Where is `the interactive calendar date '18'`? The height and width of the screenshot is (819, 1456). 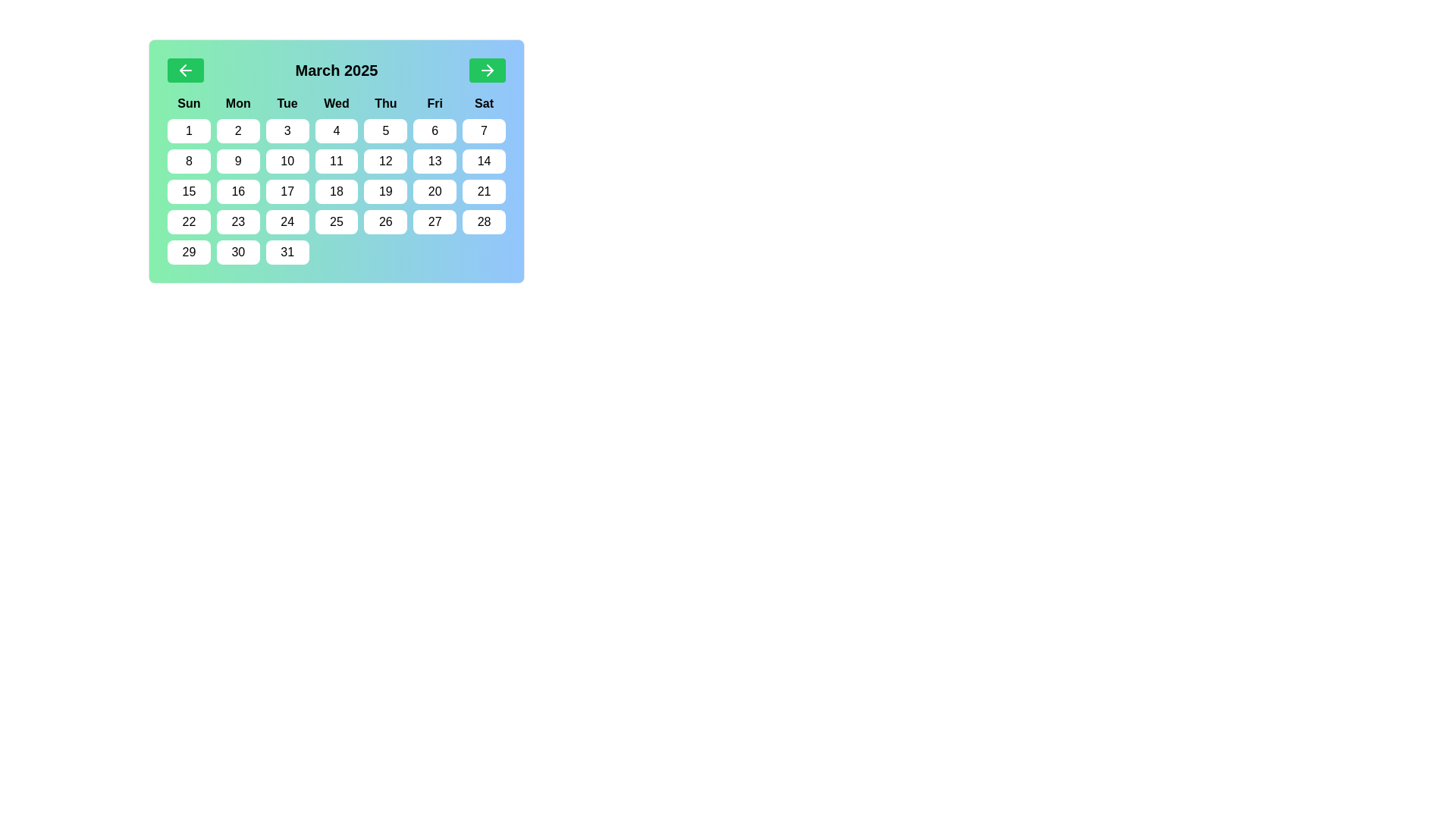 the interactive calendar date '18' is located at coordinates (336, 178).